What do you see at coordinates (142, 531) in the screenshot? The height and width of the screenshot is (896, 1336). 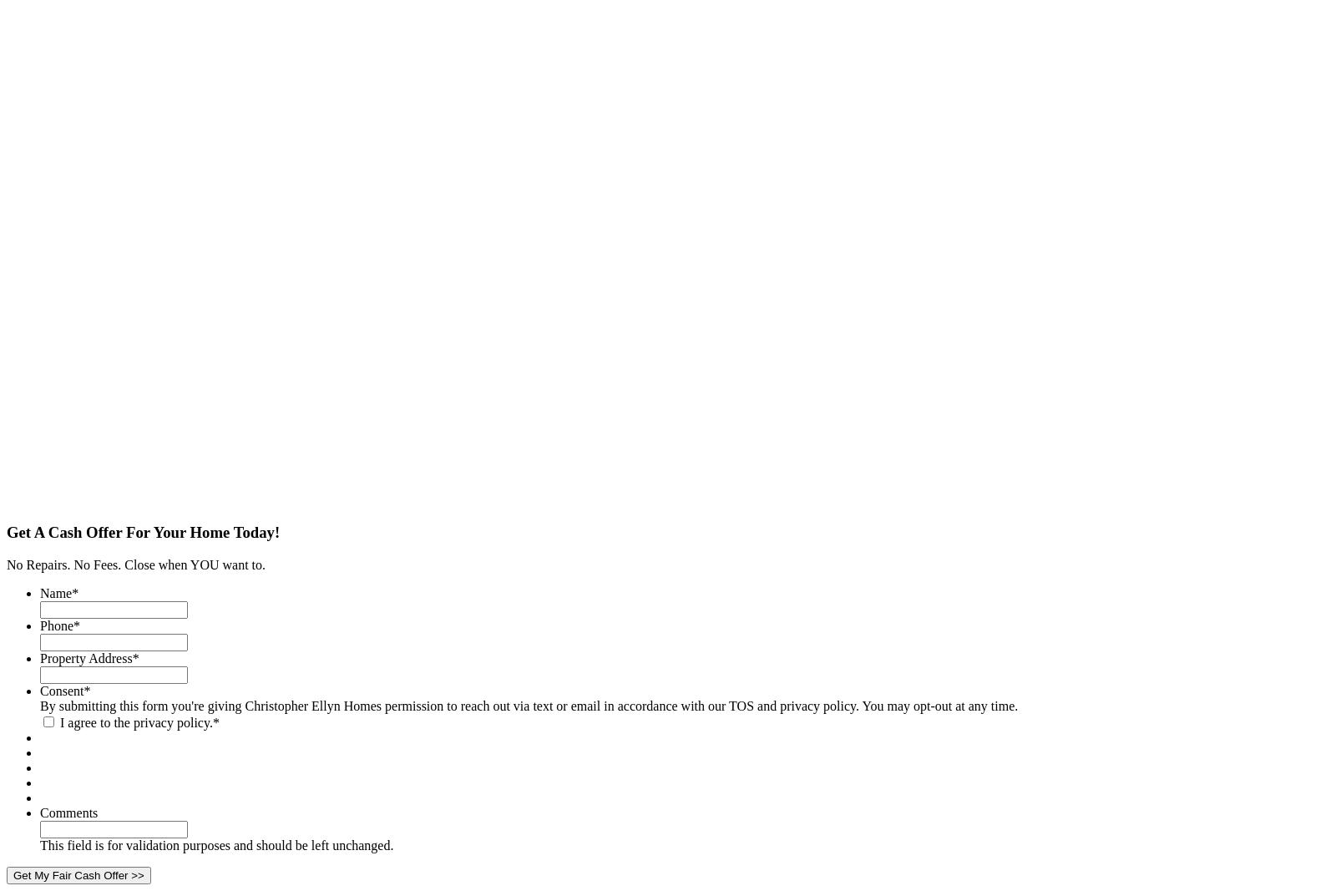 I see `'Get A Cash Offer For Your Home Today!'` at bounding box center [142, 531].